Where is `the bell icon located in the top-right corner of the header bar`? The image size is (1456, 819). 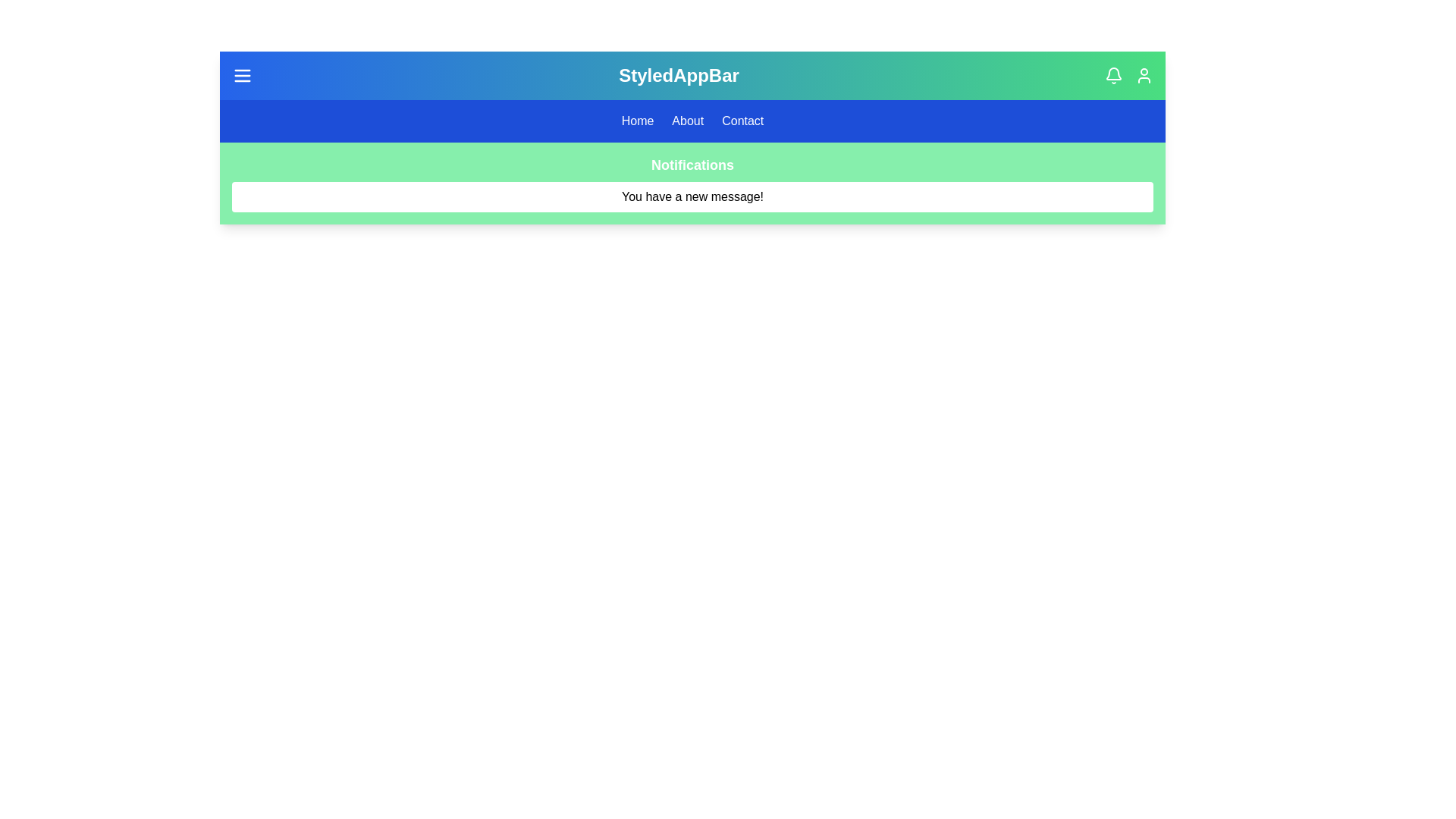 the bell icon located in the top-right corner of the header bar is located at coordinates (1113, 74).